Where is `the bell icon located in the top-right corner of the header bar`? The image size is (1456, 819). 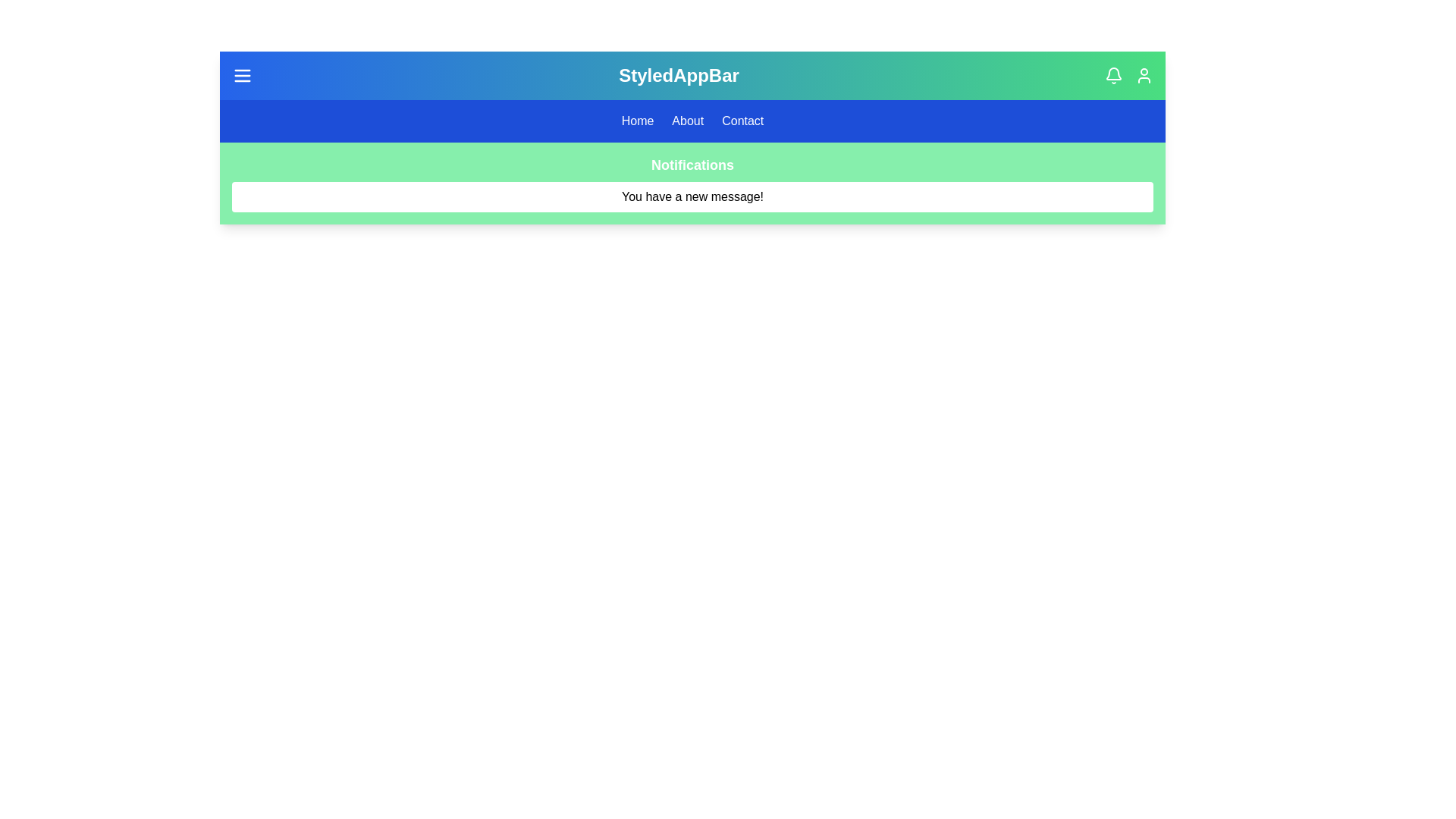 the bell icon located in the top-right corner of the header bar is located at coordinates (1113, 74).